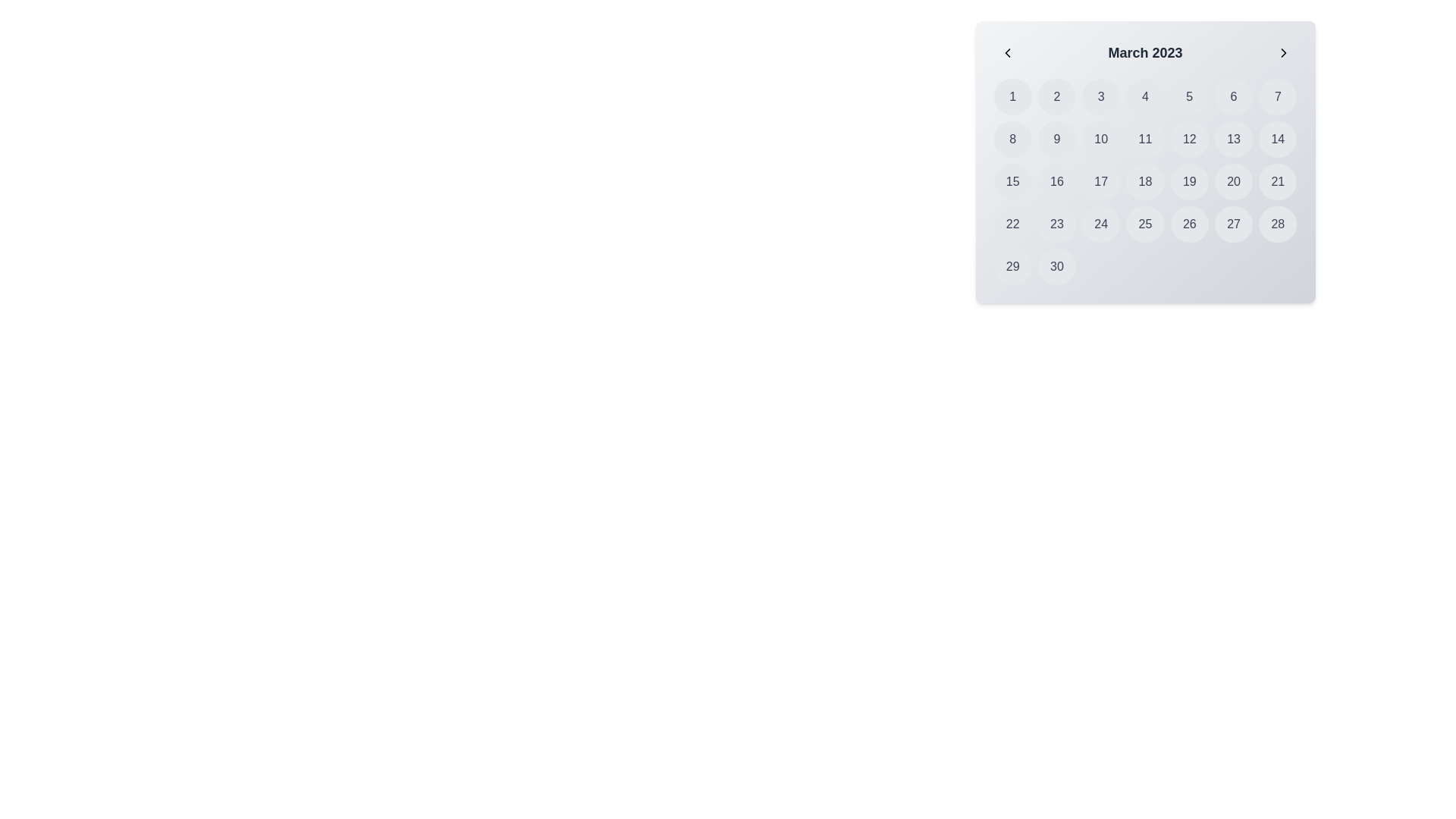 The image size is (1456, 819). What do you see at coordinates (1277, 180) in the screenshot?
I see `the circular button labeled '21' located in the fourth row and seventh column of the calendar grid` at bounding box center [1277, 180].